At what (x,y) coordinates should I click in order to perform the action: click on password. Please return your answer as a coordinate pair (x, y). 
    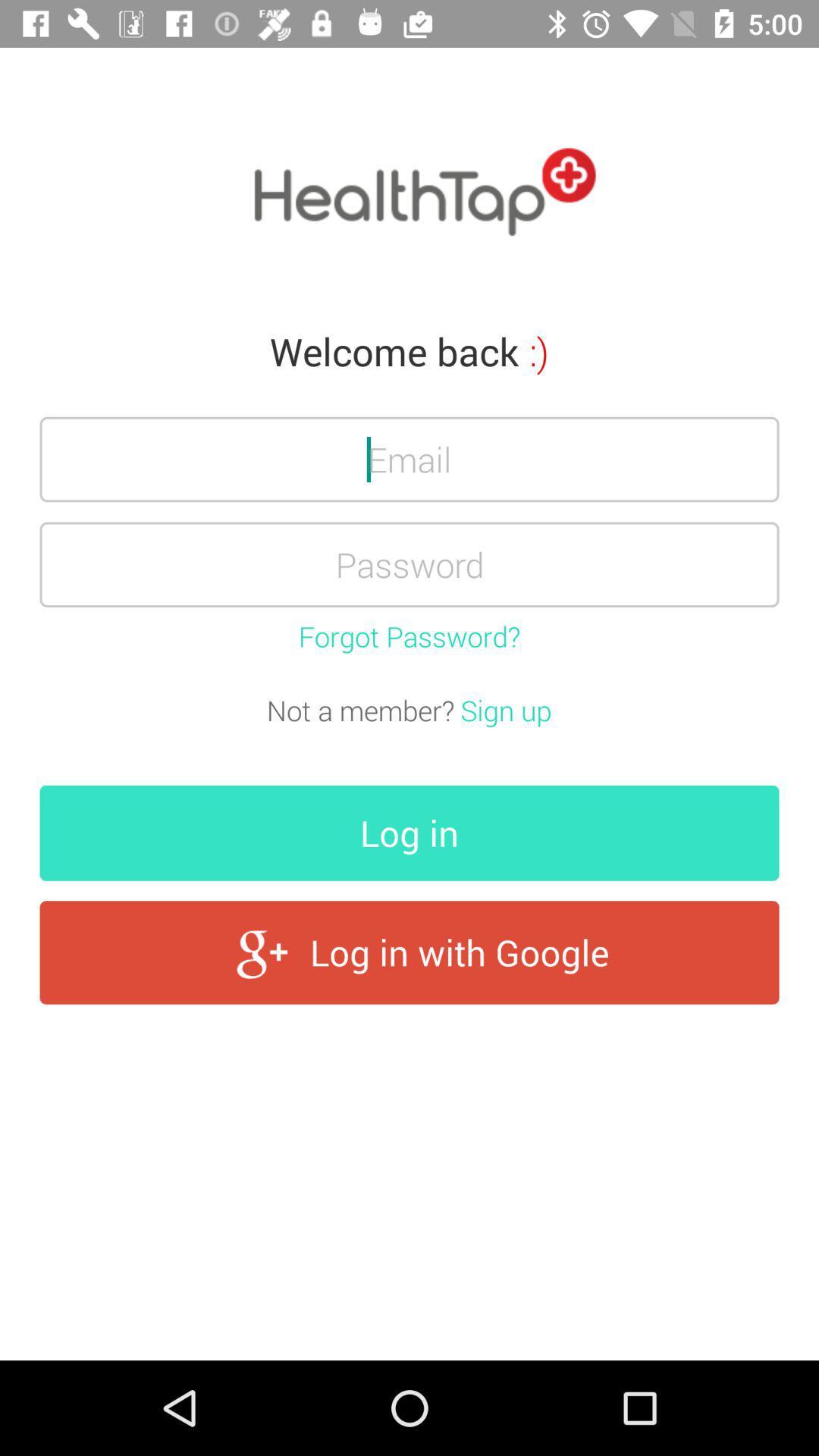
    Looking at the image, I should click on (409, 563).